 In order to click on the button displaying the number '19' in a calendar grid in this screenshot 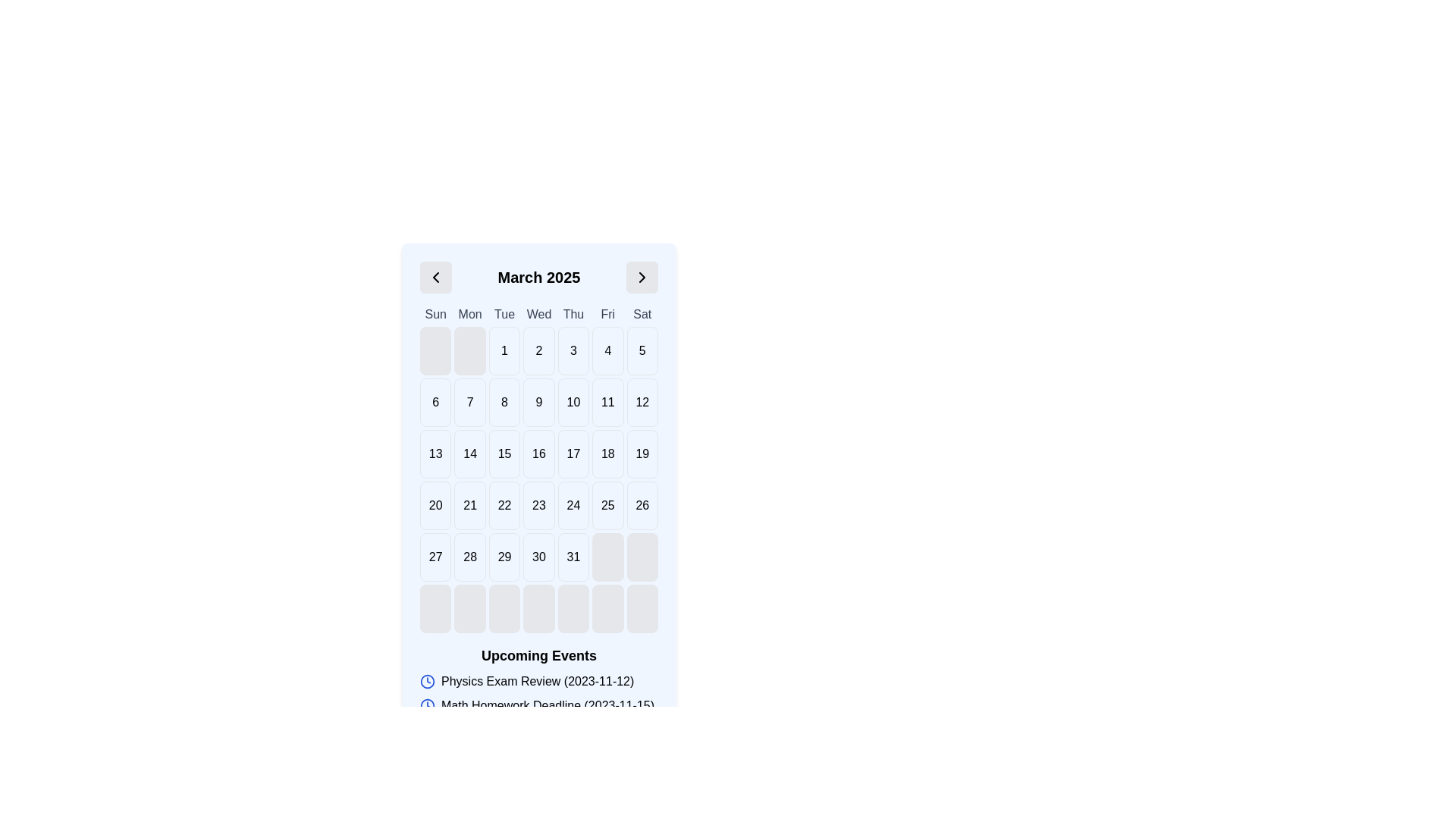, I will do `click(642, 453)`.